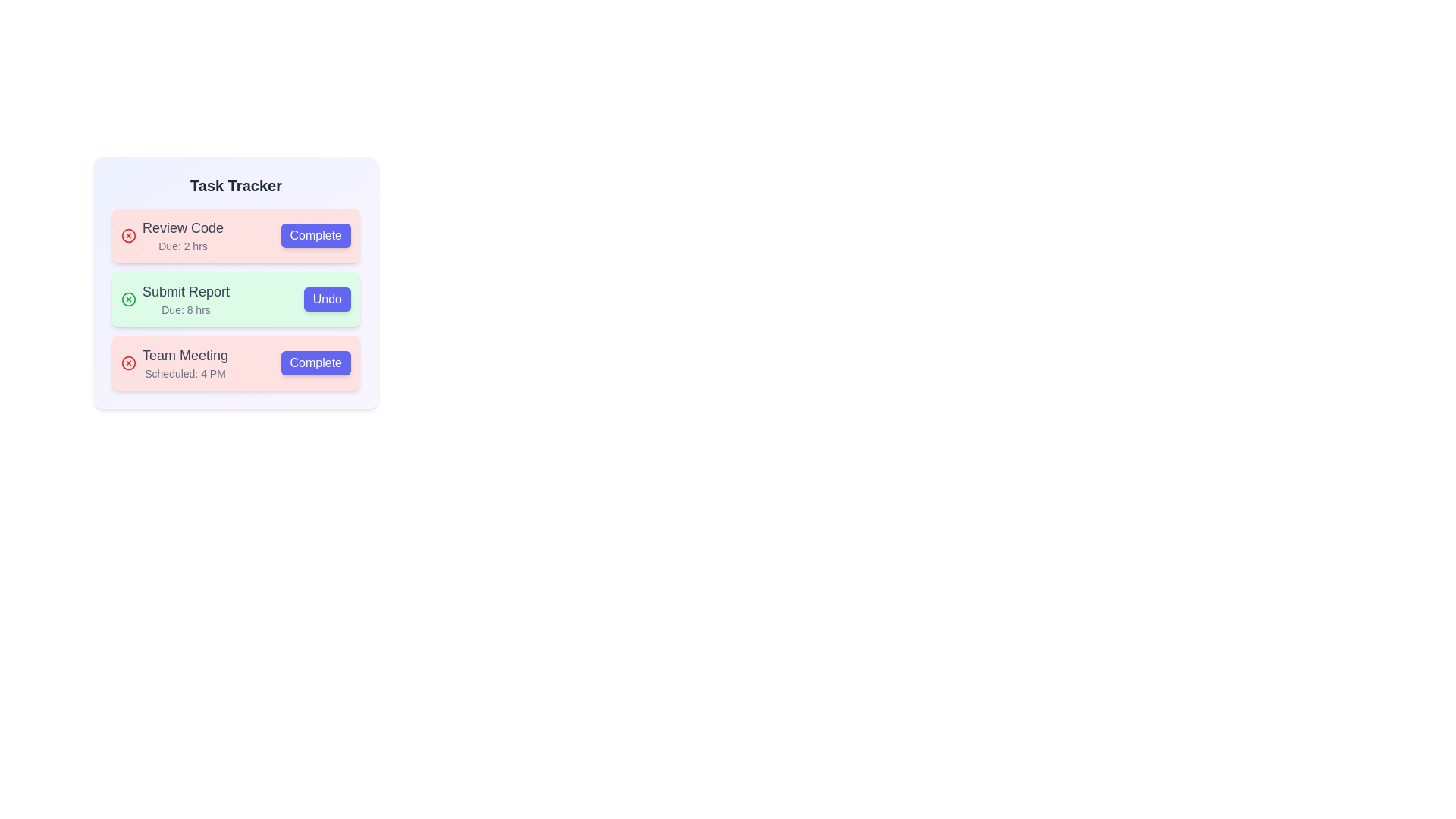 This screenshot has width=1456, height=819. I want to click on the task labeled 'Team Meeting' to observe hover effects, so click(235, 362).